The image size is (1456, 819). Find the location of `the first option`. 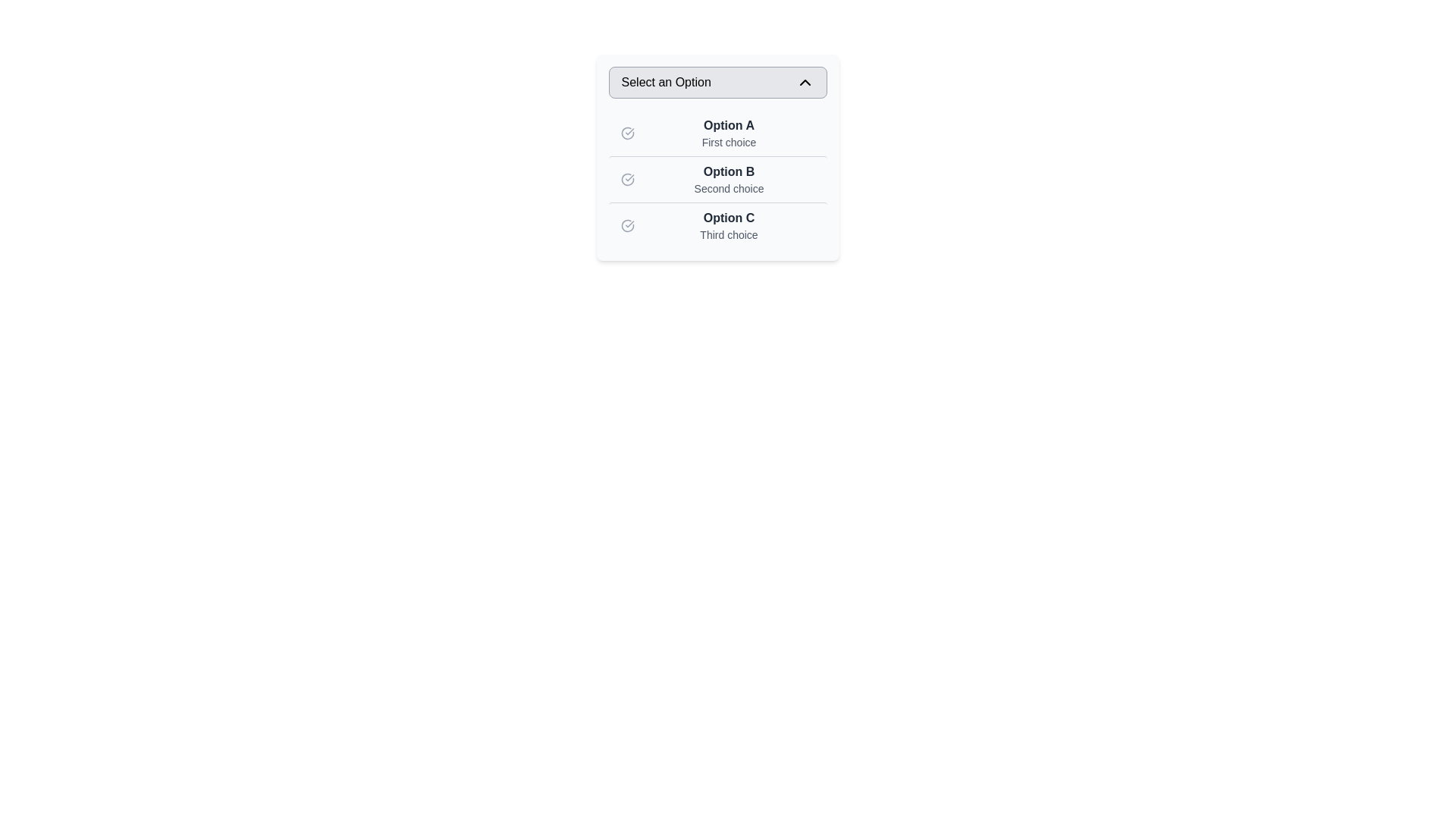

the first option is located at coordinates (729, 124).